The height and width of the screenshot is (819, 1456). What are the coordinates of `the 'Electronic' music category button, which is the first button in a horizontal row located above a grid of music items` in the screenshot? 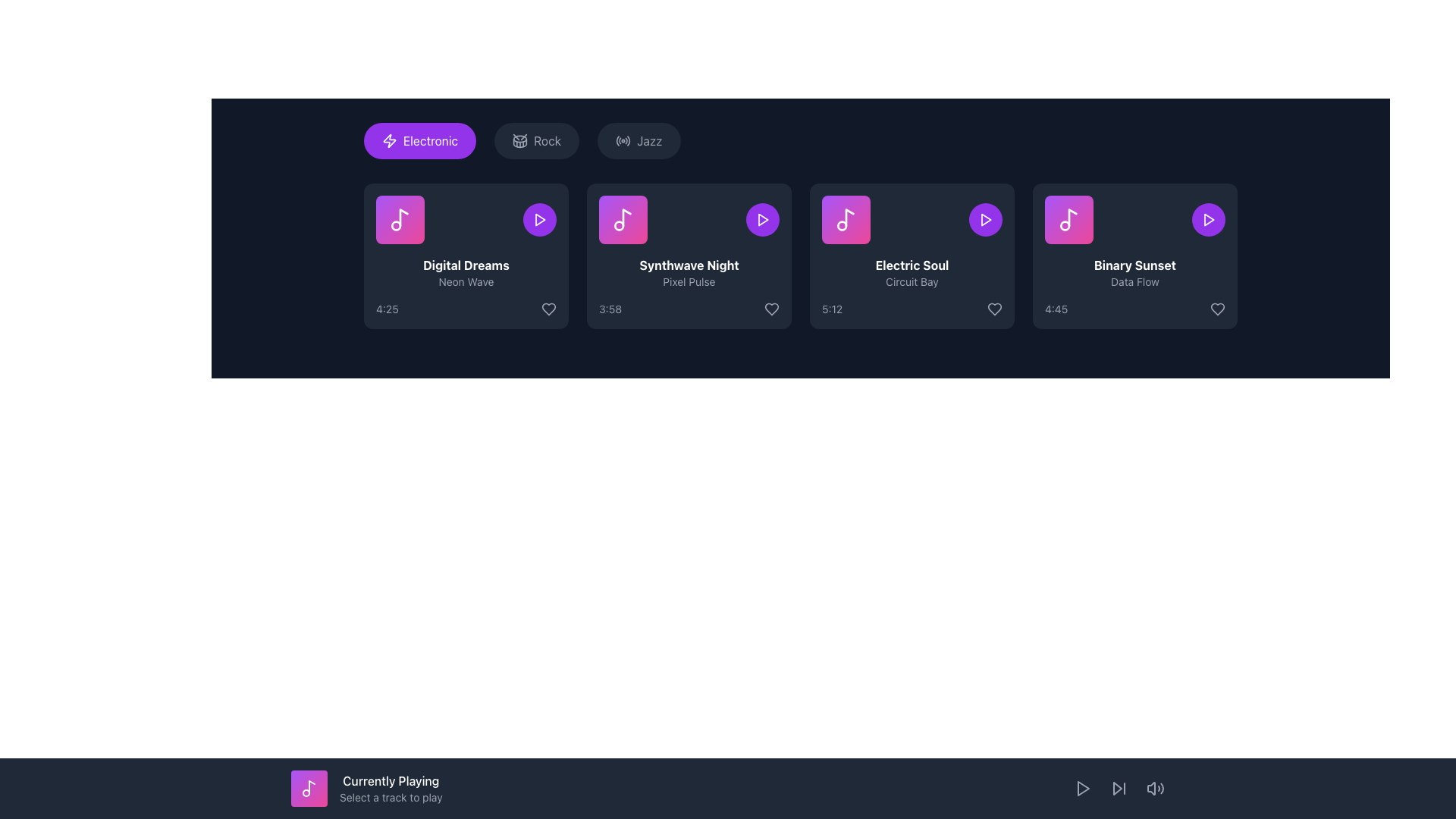 It's located at (420, 140).